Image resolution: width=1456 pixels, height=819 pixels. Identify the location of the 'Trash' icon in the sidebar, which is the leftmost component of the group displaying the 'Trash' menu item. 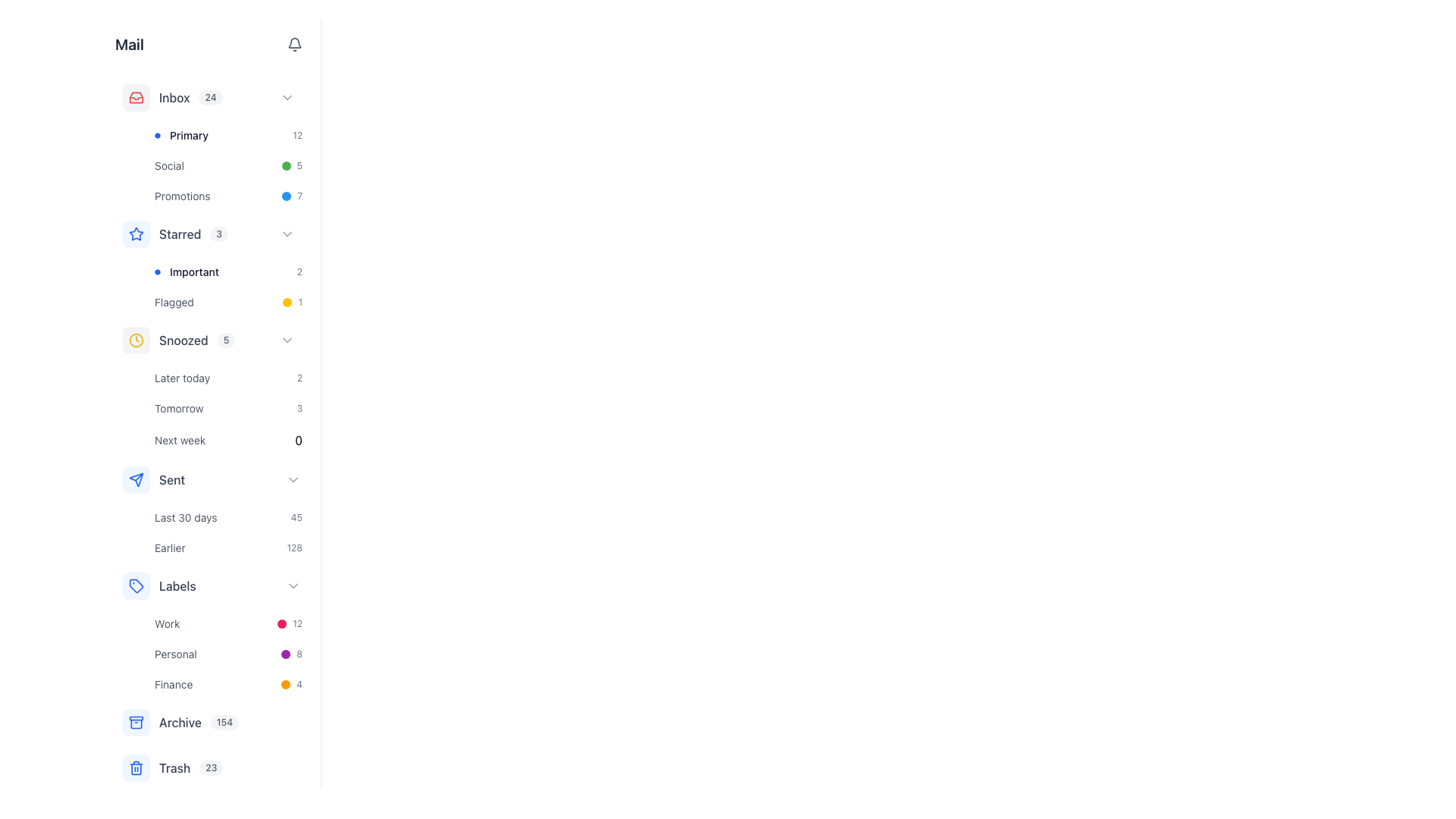
(136, 768).